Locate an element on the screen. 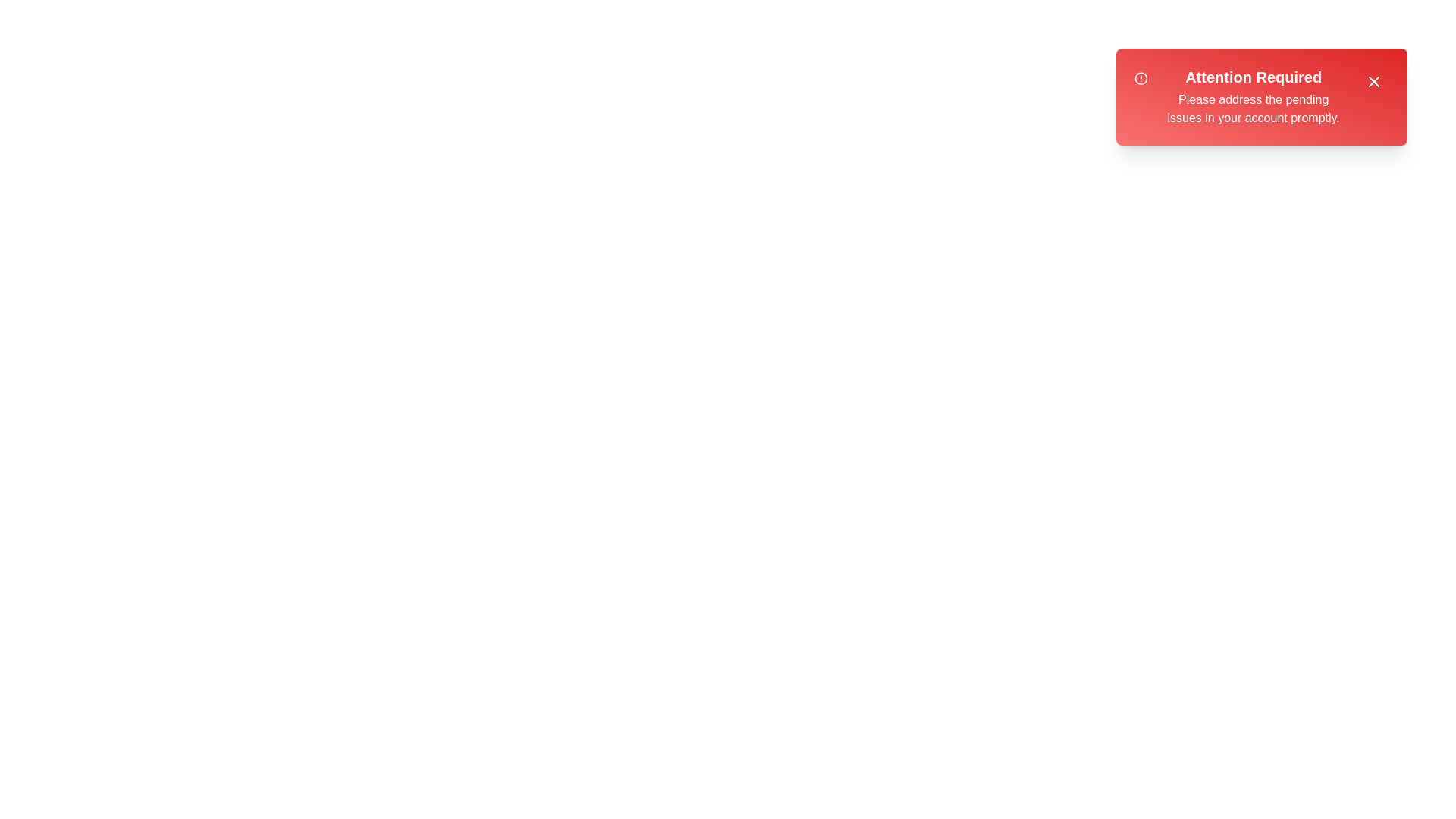 The width and height of the screenshot is (1456, 819). the alert title text to select it is located at coordinates (1253, 77).